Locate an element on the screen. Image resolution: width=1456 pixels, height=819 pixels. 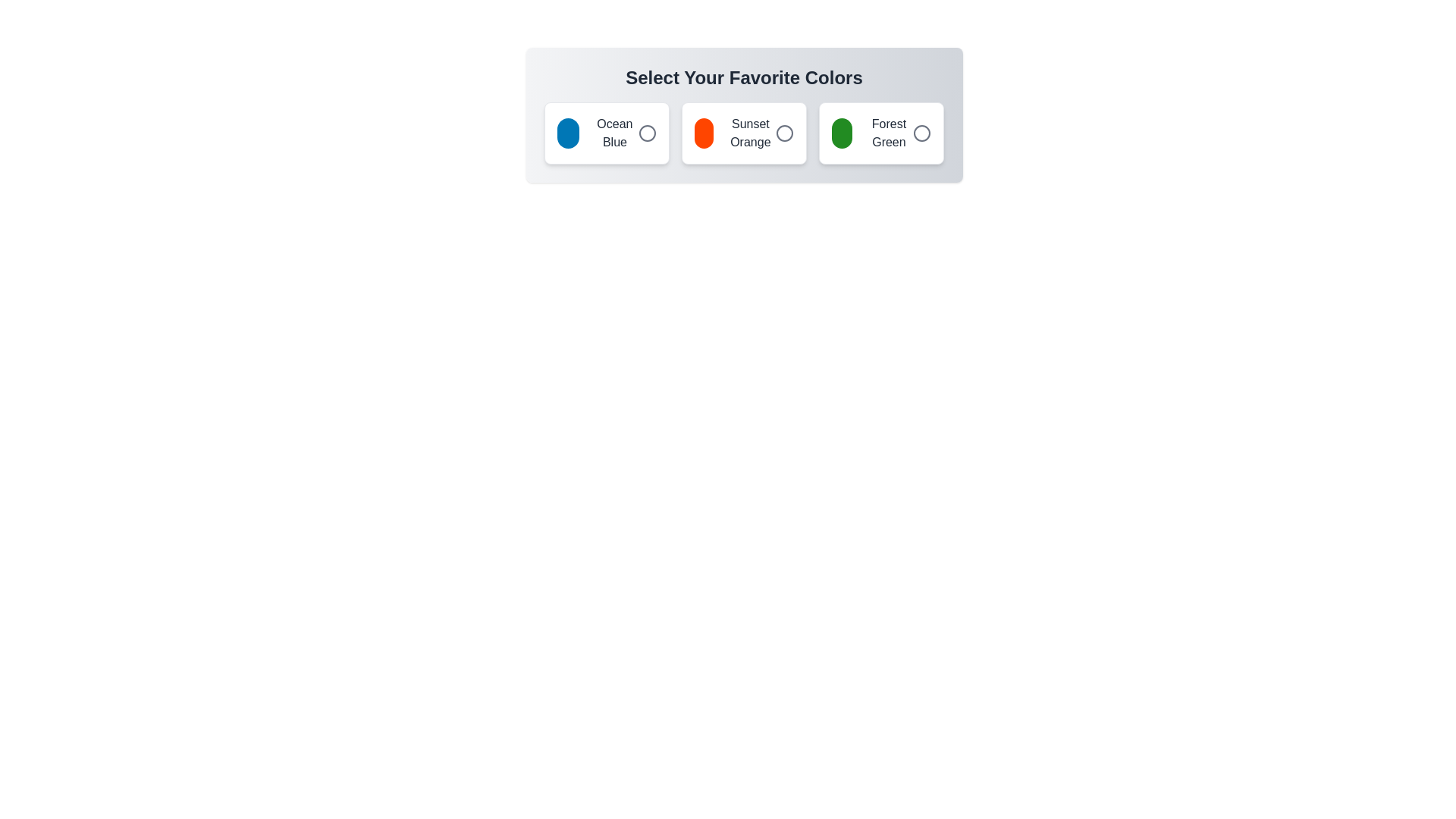
the label of the color Ocean Blue is located at coordinates (607, 133).